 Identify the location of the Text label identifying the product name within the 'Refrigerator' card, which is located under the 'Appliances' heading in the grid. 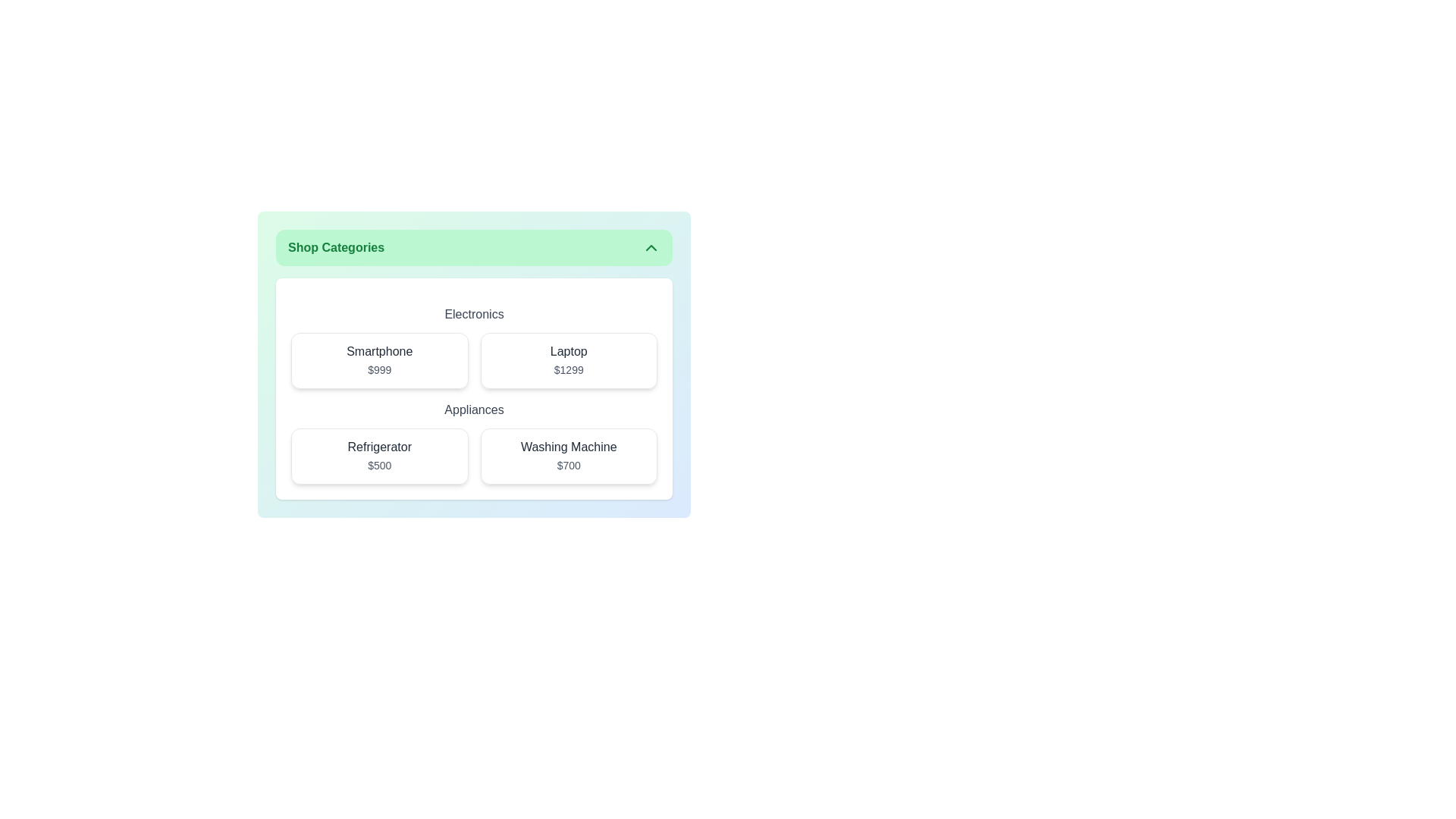
(379, 447).